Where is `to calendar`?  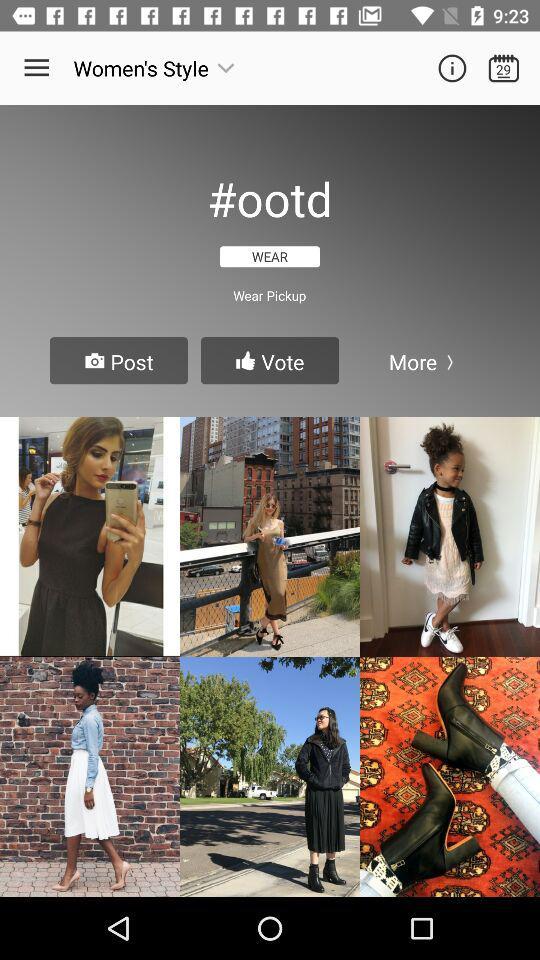
to calendar is located at coordinates (502, 68).